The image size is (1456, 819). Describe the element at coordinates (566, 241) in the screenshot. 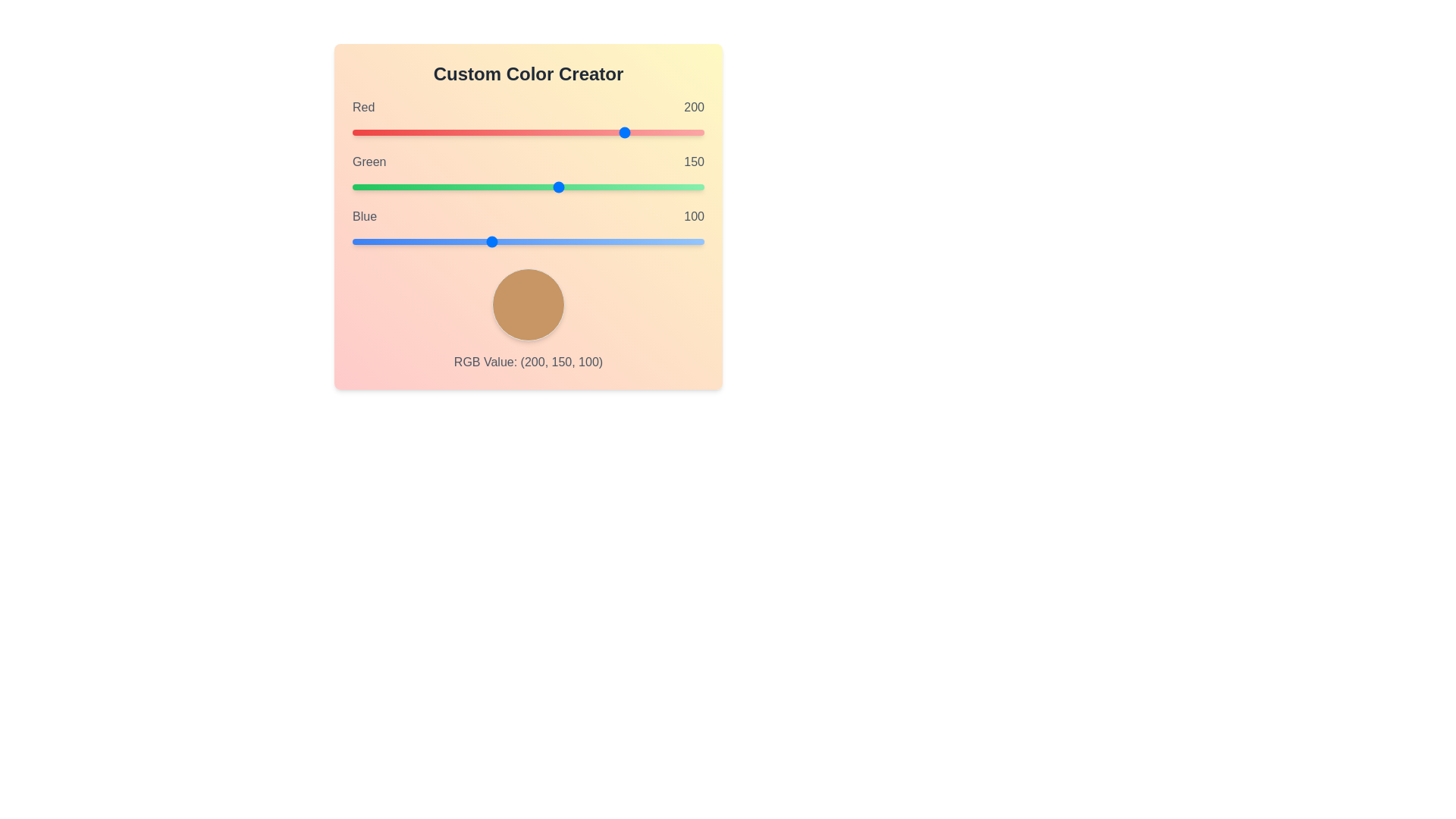

I see `the blue slider to set the blue value to 155` at that location.